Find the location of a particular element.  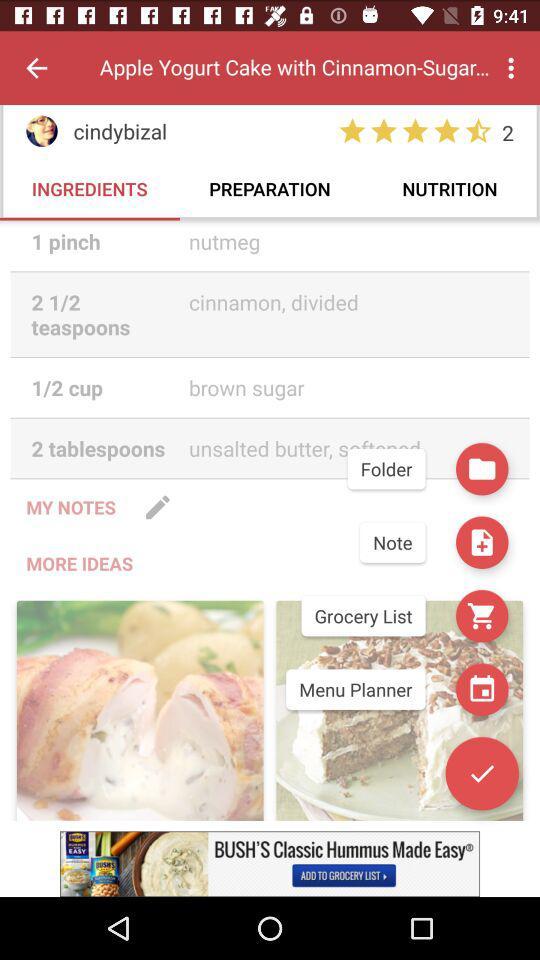

the save icon is located at coordinates (481, 542).